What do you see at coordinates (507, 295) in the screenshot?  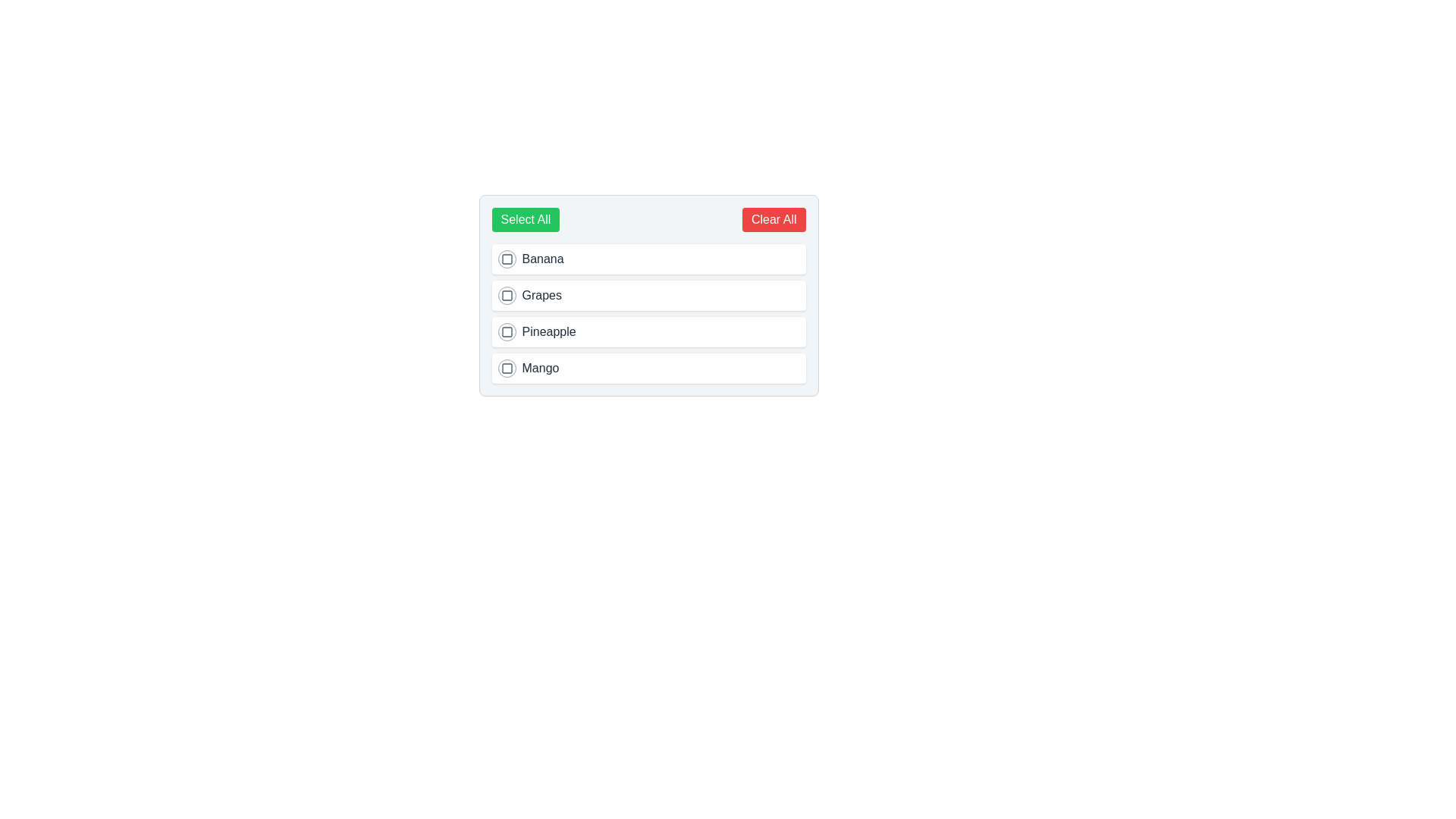 I see `the checkbox located to the left of the text 'Grapes'` at bounding box center [507, 295].